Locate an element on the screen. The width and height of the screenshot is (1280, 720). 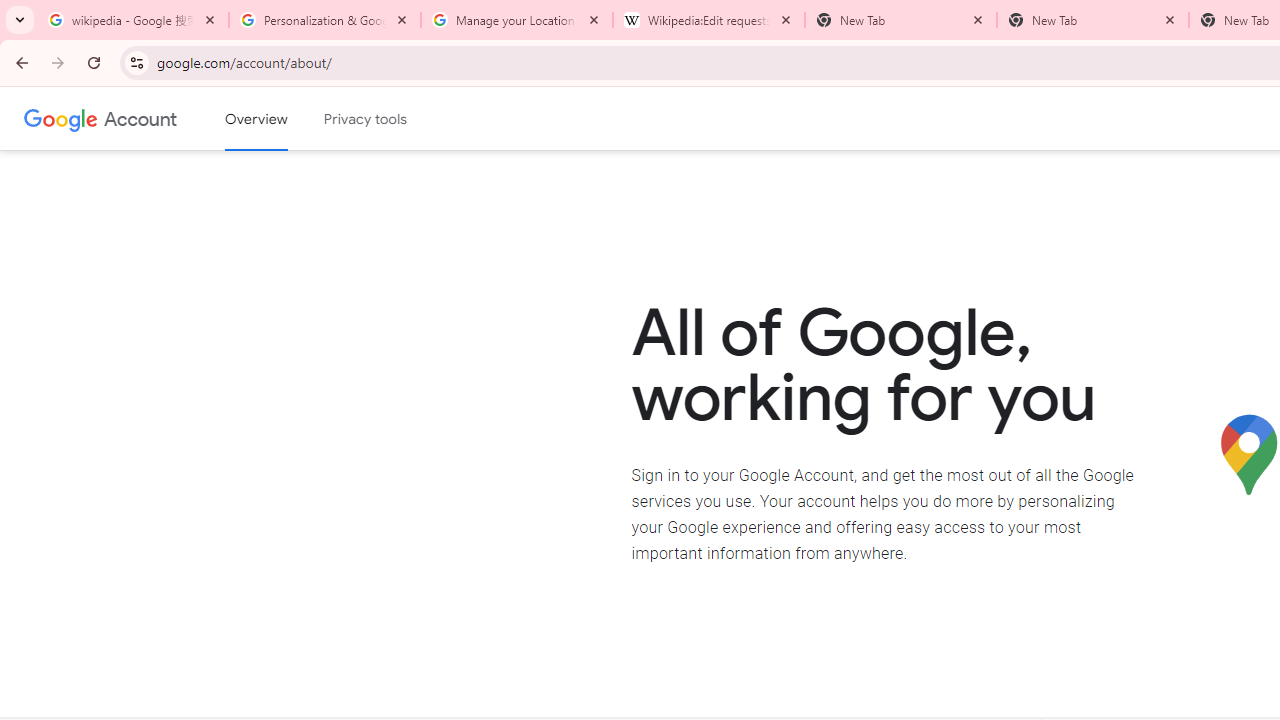
'Google Account' is located at coordinates (139, 118).